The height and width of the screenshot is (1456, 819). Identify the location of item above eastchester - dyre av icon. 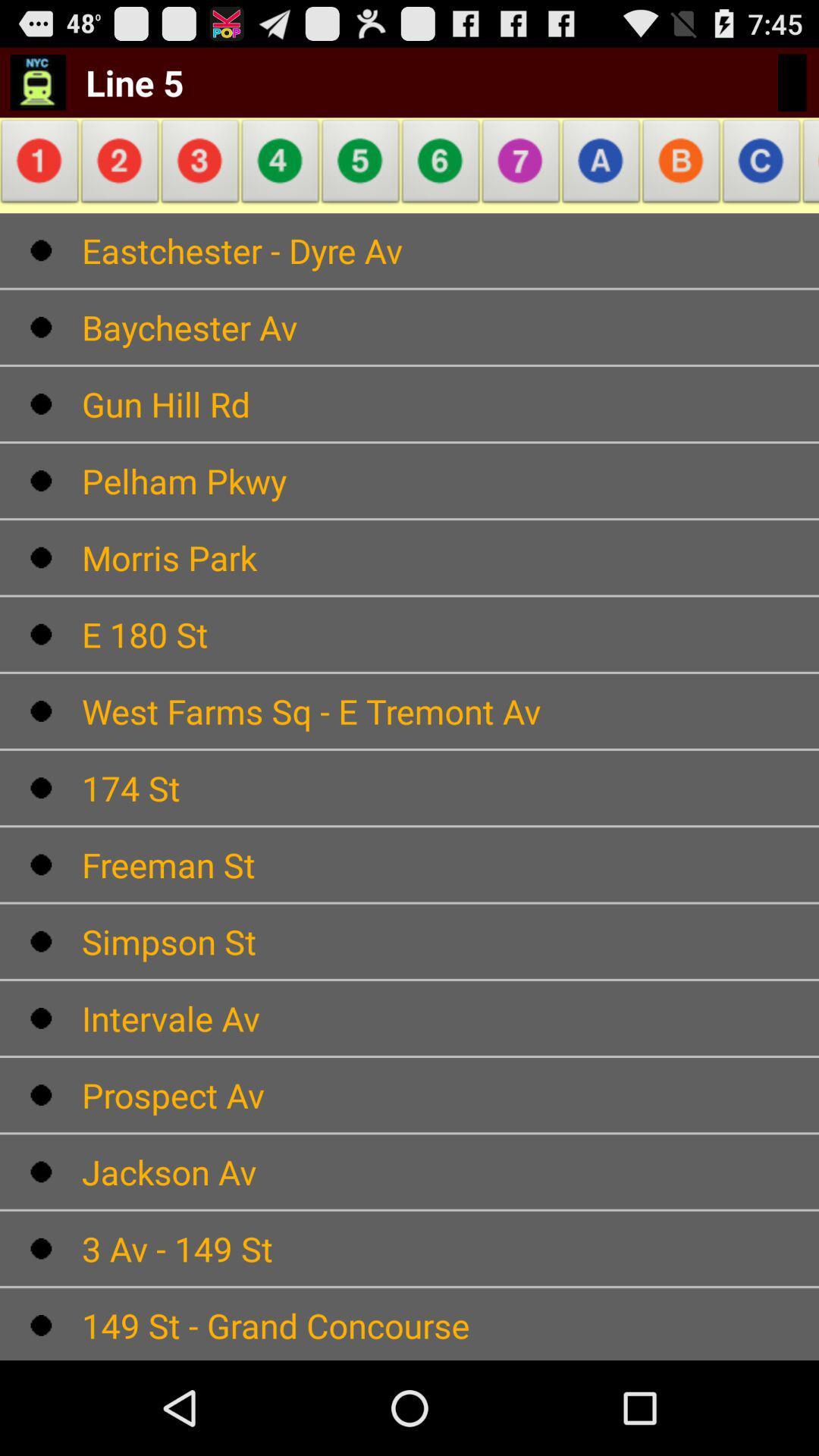
(680, 165).